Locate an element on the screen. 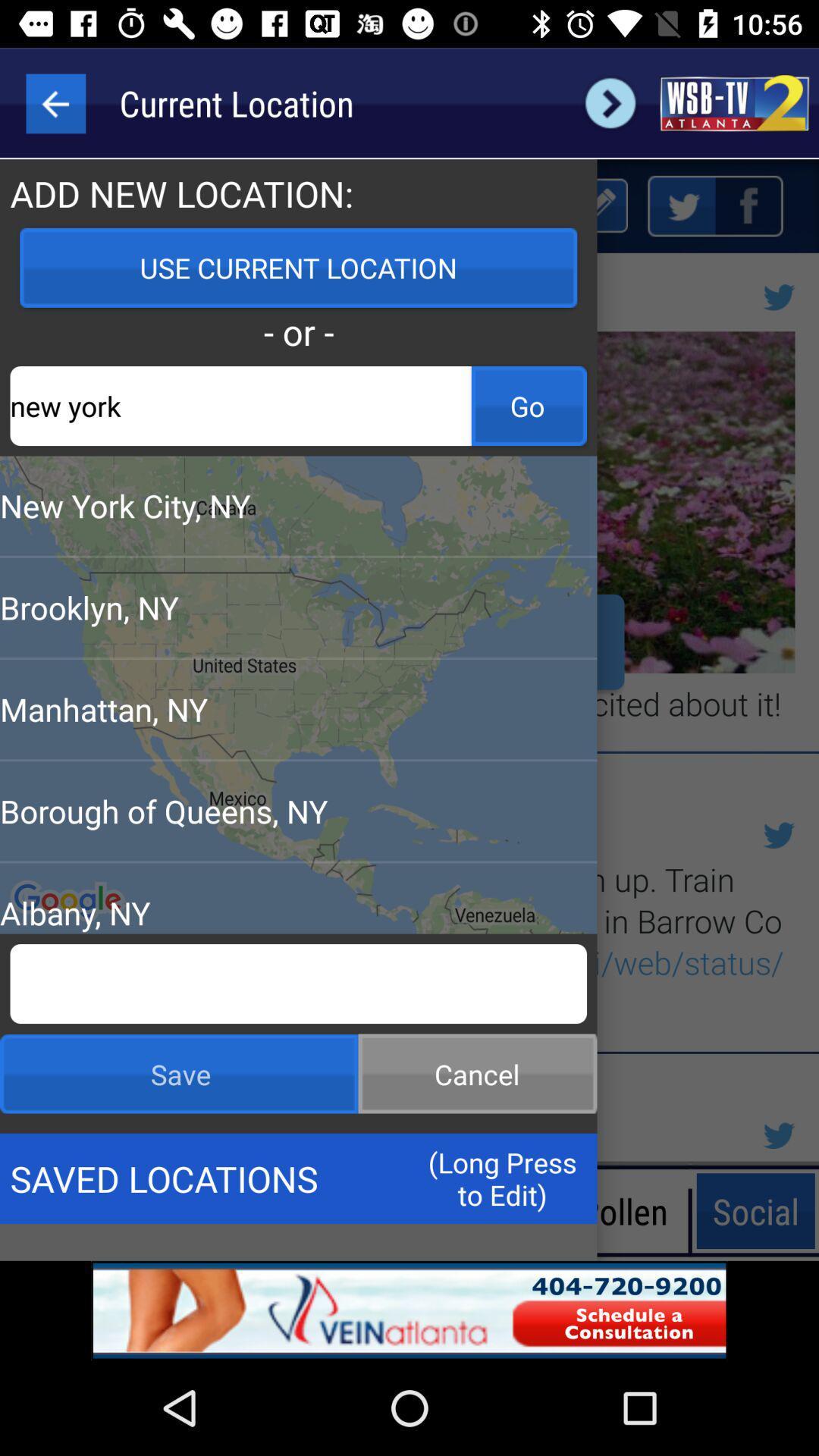 The image size is (819, 1456). the arrow_backward icon is located at coordinates (55, 102).